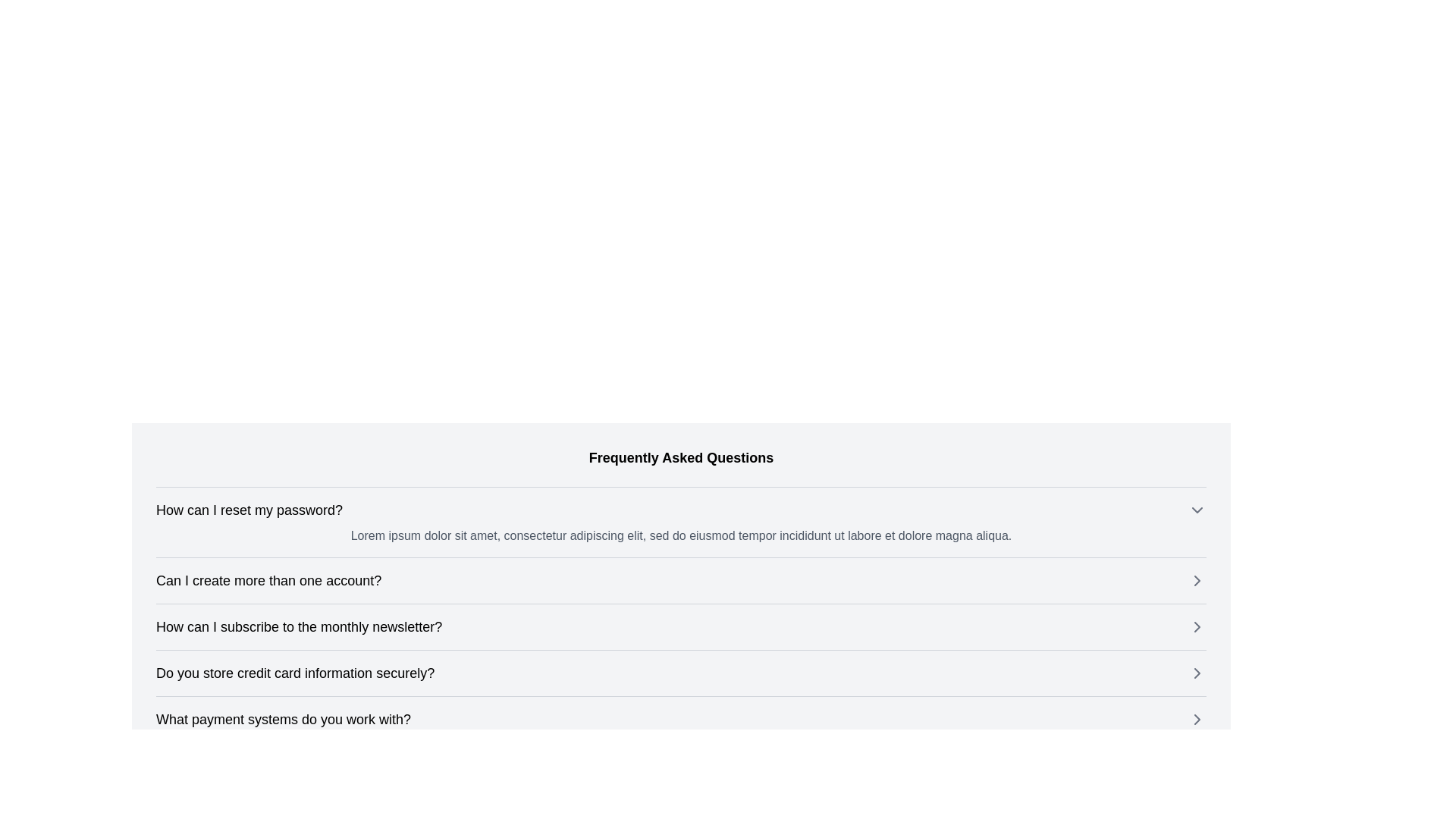 This screenshot has height=819, width=1456. I want to click on the fourth item in the Frequently Asked Questions section, which states 'How can I subscribe to the monthly newsletter?', so click(680, 626).